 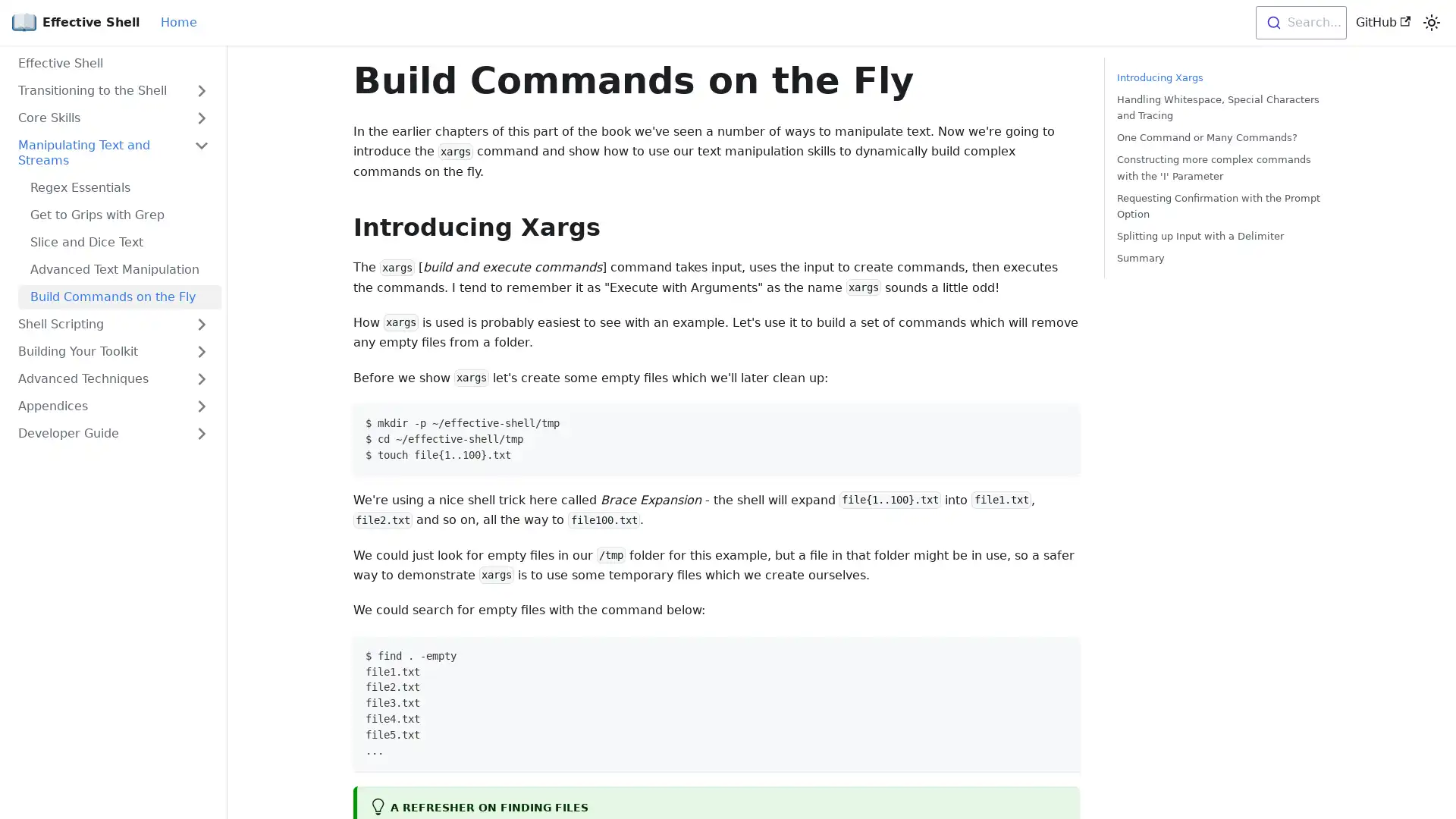 I want to click on Switch between dark and light mode (currently light mode), so click(x=1430, y=23).